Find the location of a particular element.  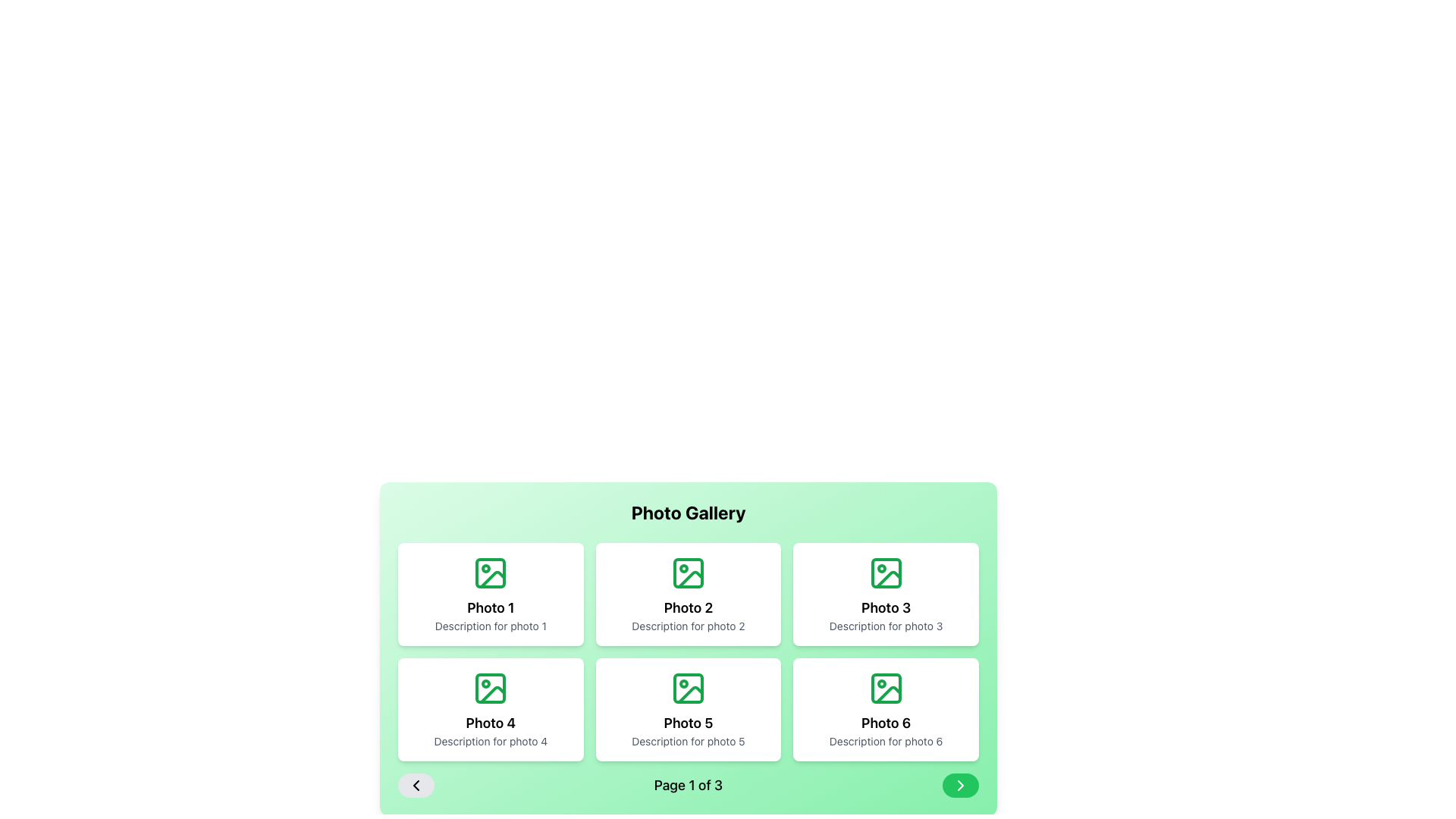

the small rectangle with rounded corners located in the upper-left corner of the 'Photo 6' SVG icon in the 'Photo Gallery' is located at coordinates (886, 688).